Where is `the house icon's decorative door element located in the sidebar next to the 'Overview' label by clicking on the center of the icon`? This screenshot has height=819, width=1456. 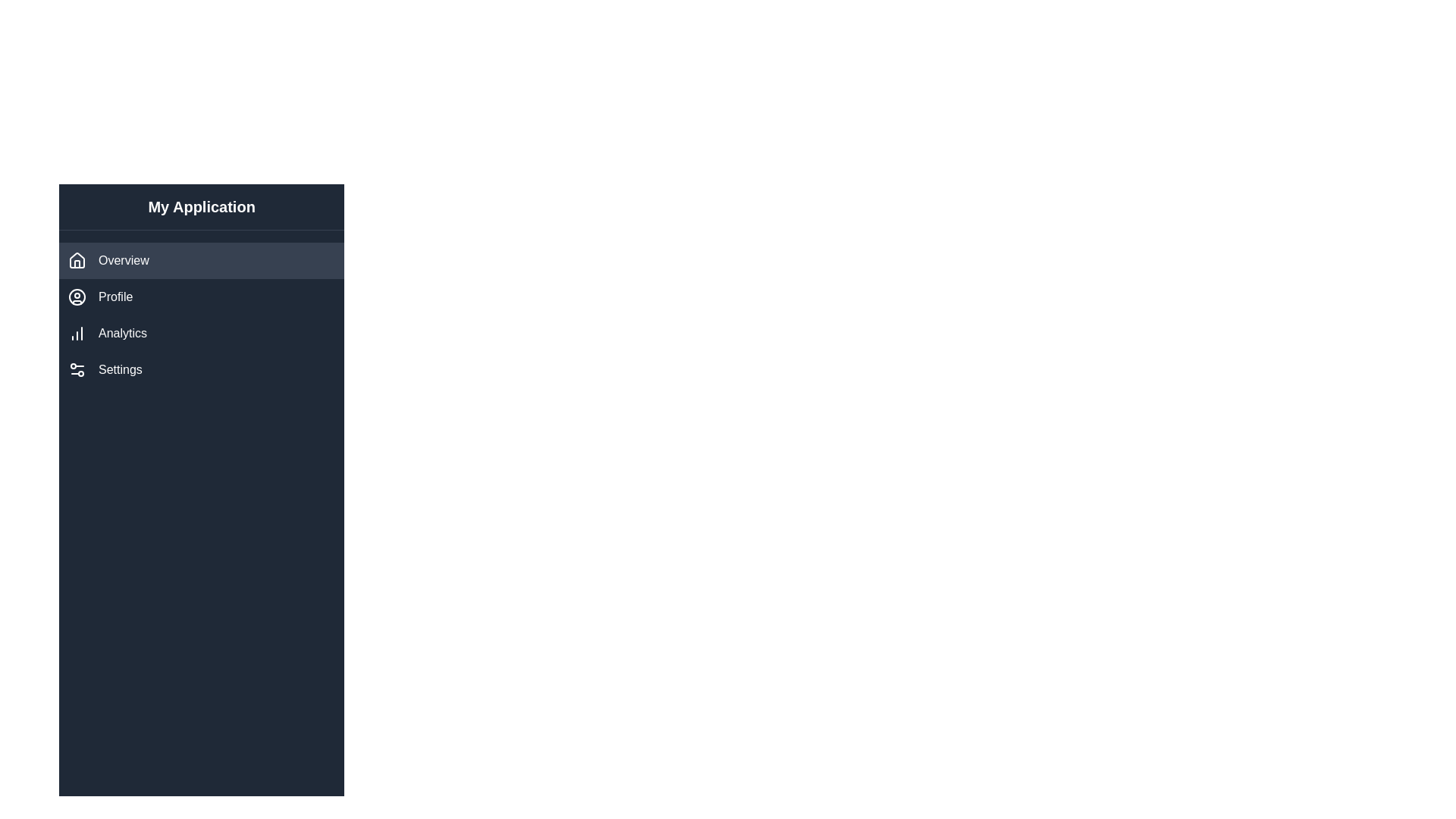 the house icon's decorative door element located in the sidebar next to the 'Overview' label by clicking on the center of the icon is located at coordinates (76, 262).